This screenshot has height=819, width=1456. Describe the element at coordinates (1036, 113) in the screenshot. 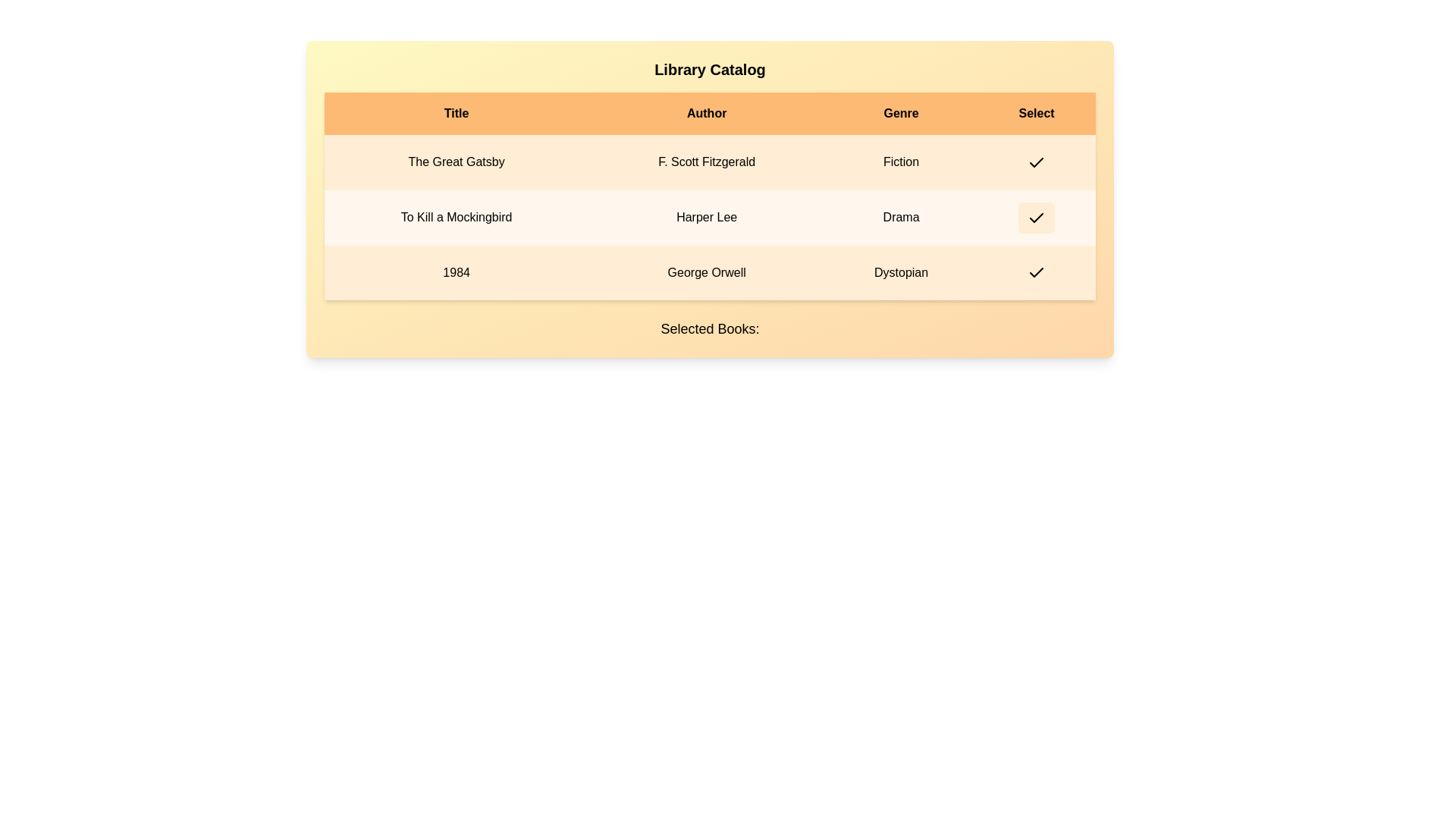

I see `the header element that categorizes the selection functionalities, positioned as the fourth tab in a horizontal row, following the tabs labeled 'Title', 'Author', and 'Genre'` at that location.